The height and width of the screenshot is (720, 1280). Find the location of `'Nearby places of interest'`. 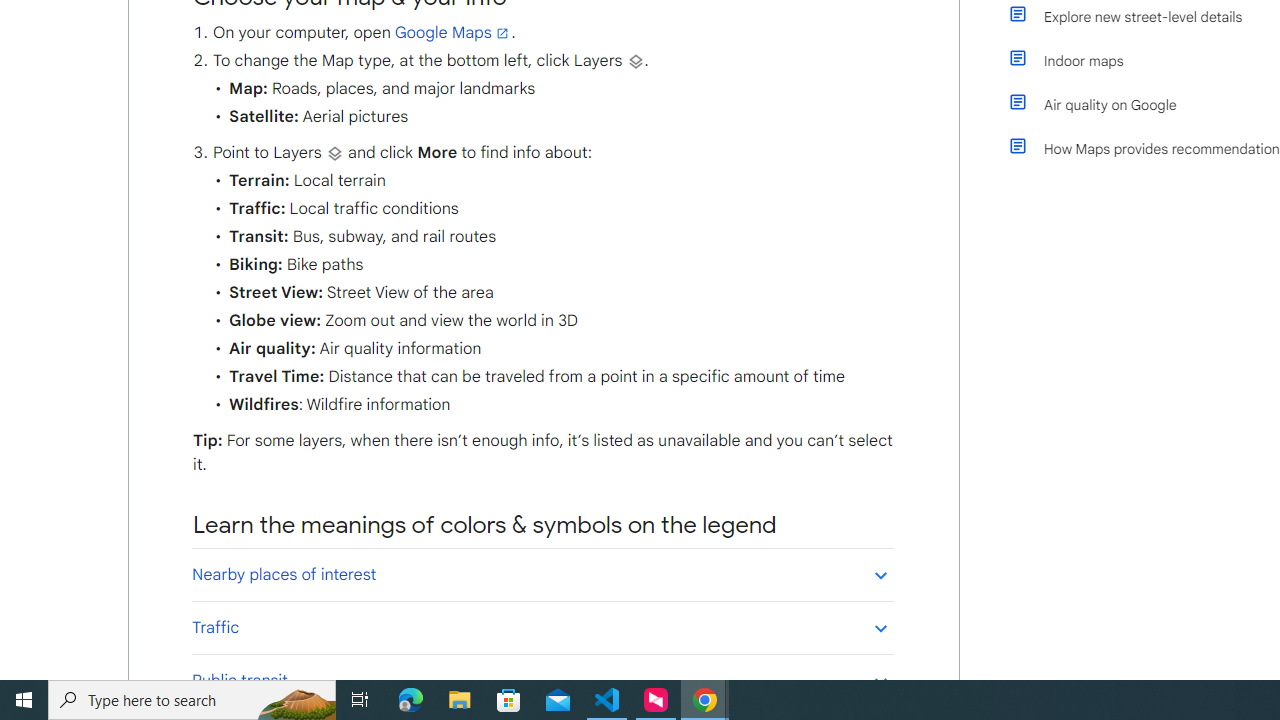

'Nearby places of interest' is located at coordinates (542, 574).